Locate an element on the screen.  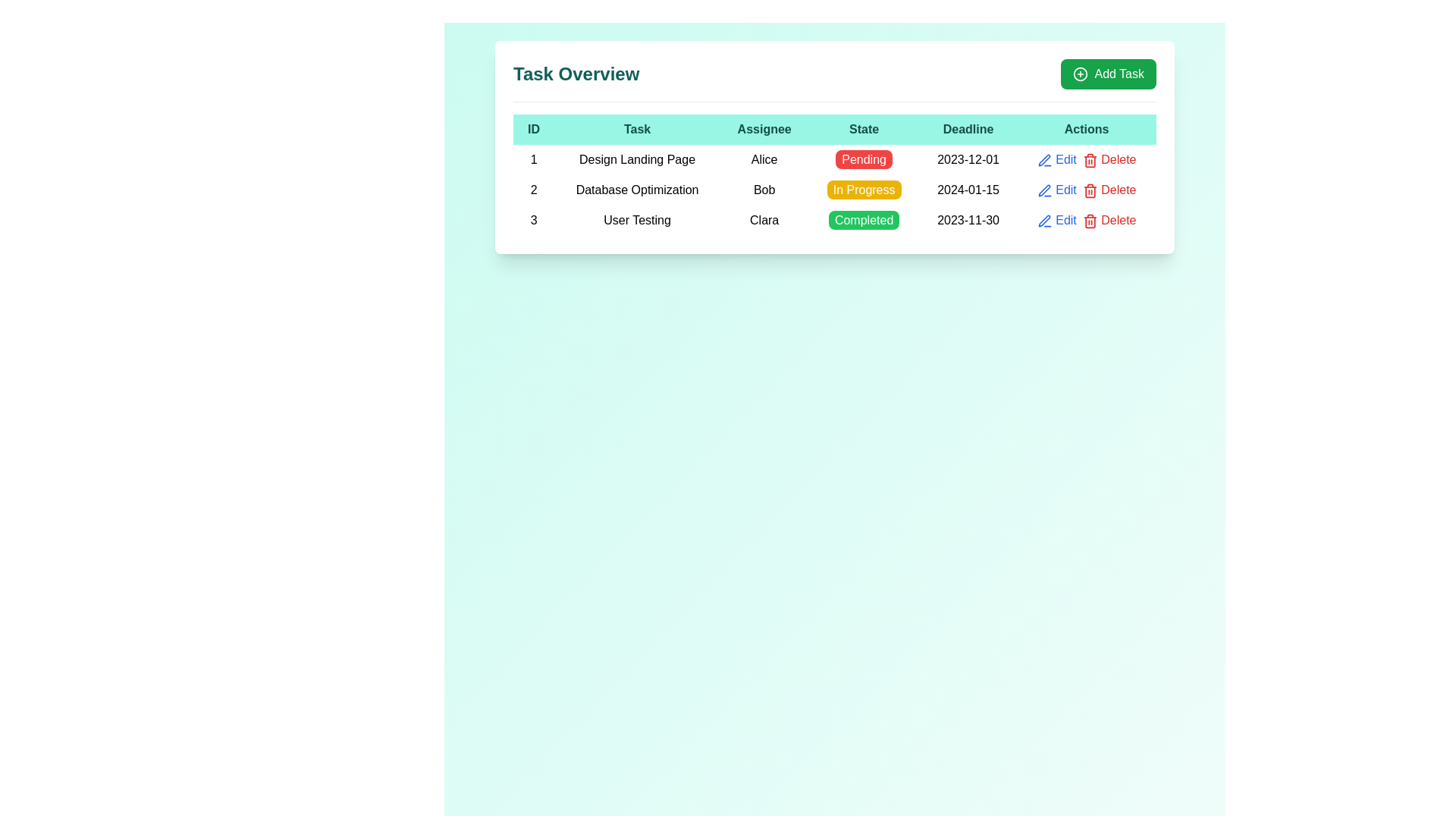
the 'Completed' Status Badge located in the 'State' column of the task table for the task 'User Testing' assigned to 'Clara' is located at coordinates (864, 220).